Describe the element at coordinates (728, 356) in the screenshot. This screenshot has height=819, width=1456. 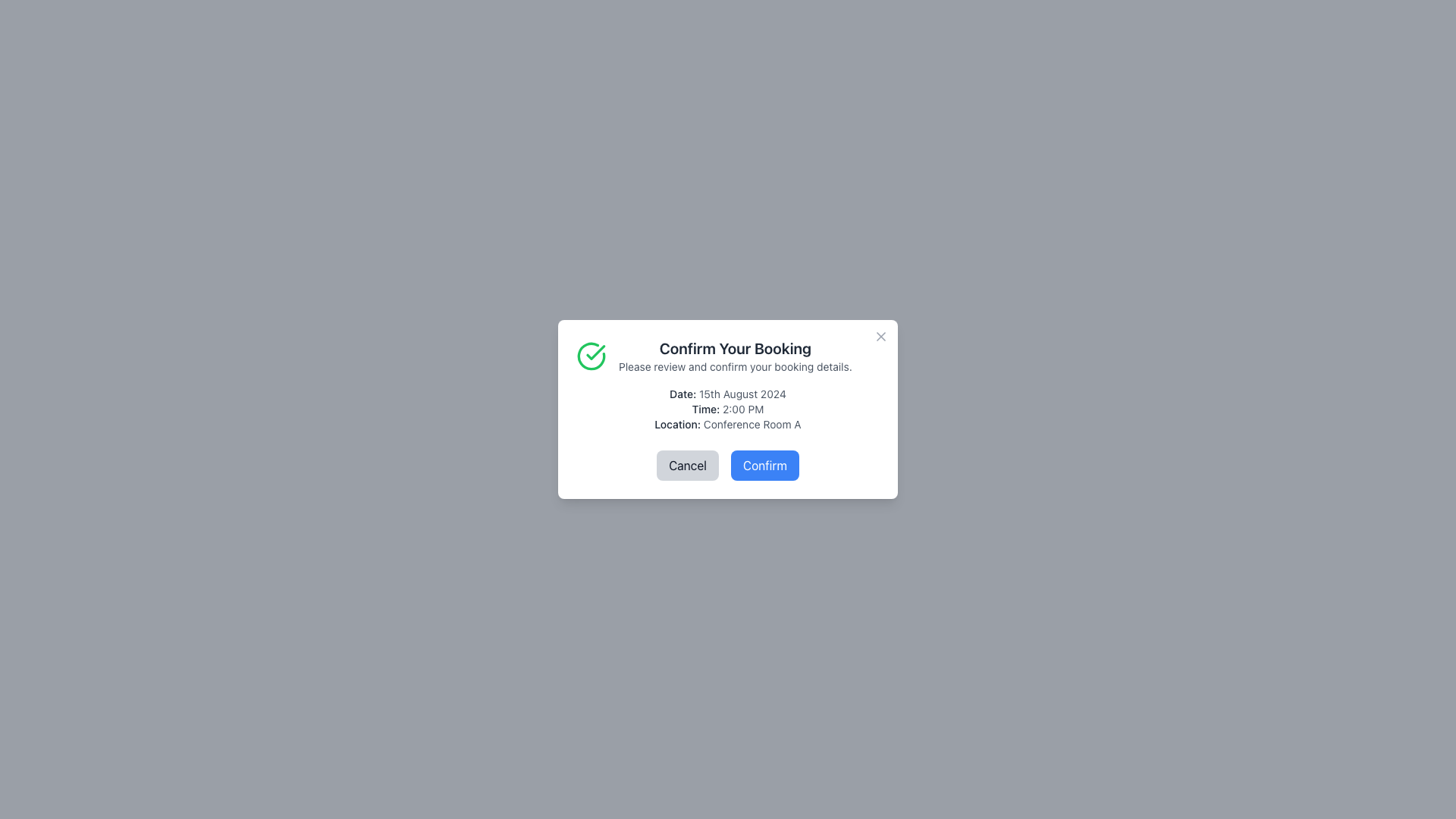
I see `title 'Confirm Your Booking' from the text element displaying a green checkmark icon, positioned prominently at the top of the white modal dialog box` at that location.